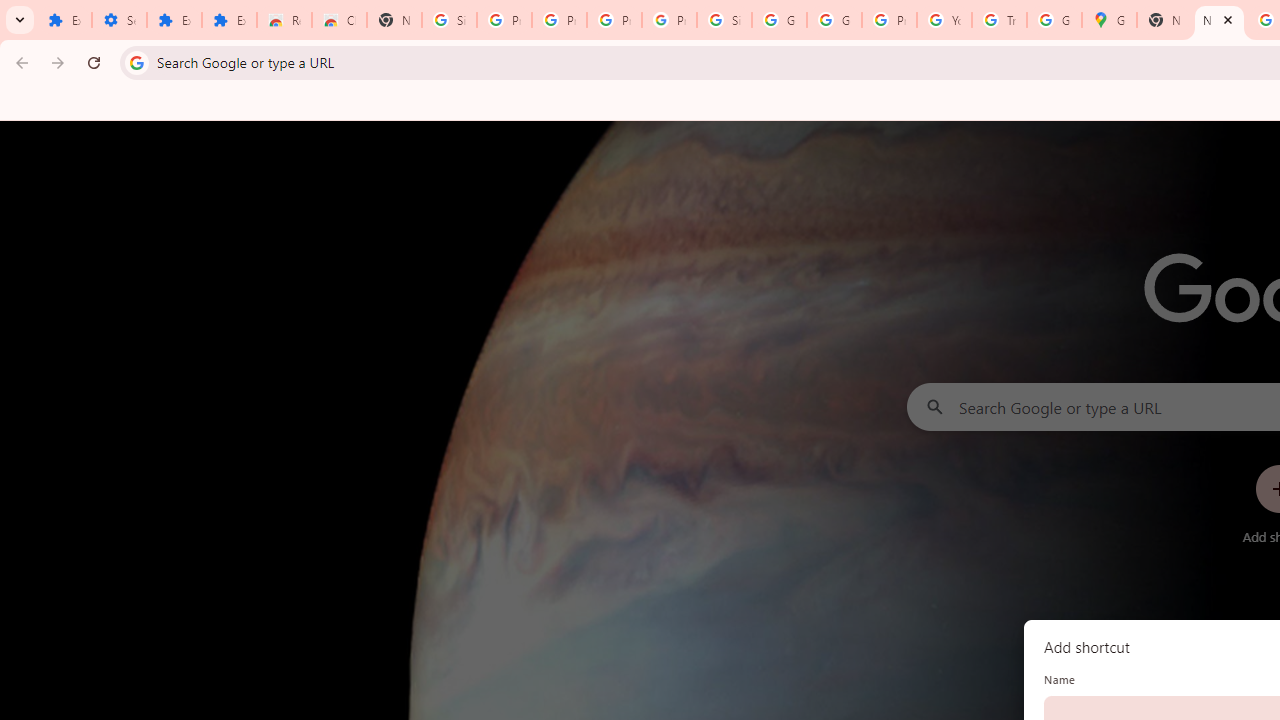 This screenshot has height=720, width=1280. Describe the element at coordinates (1108, 20) in the screenshot. I see `'Google Maps'` at that location.